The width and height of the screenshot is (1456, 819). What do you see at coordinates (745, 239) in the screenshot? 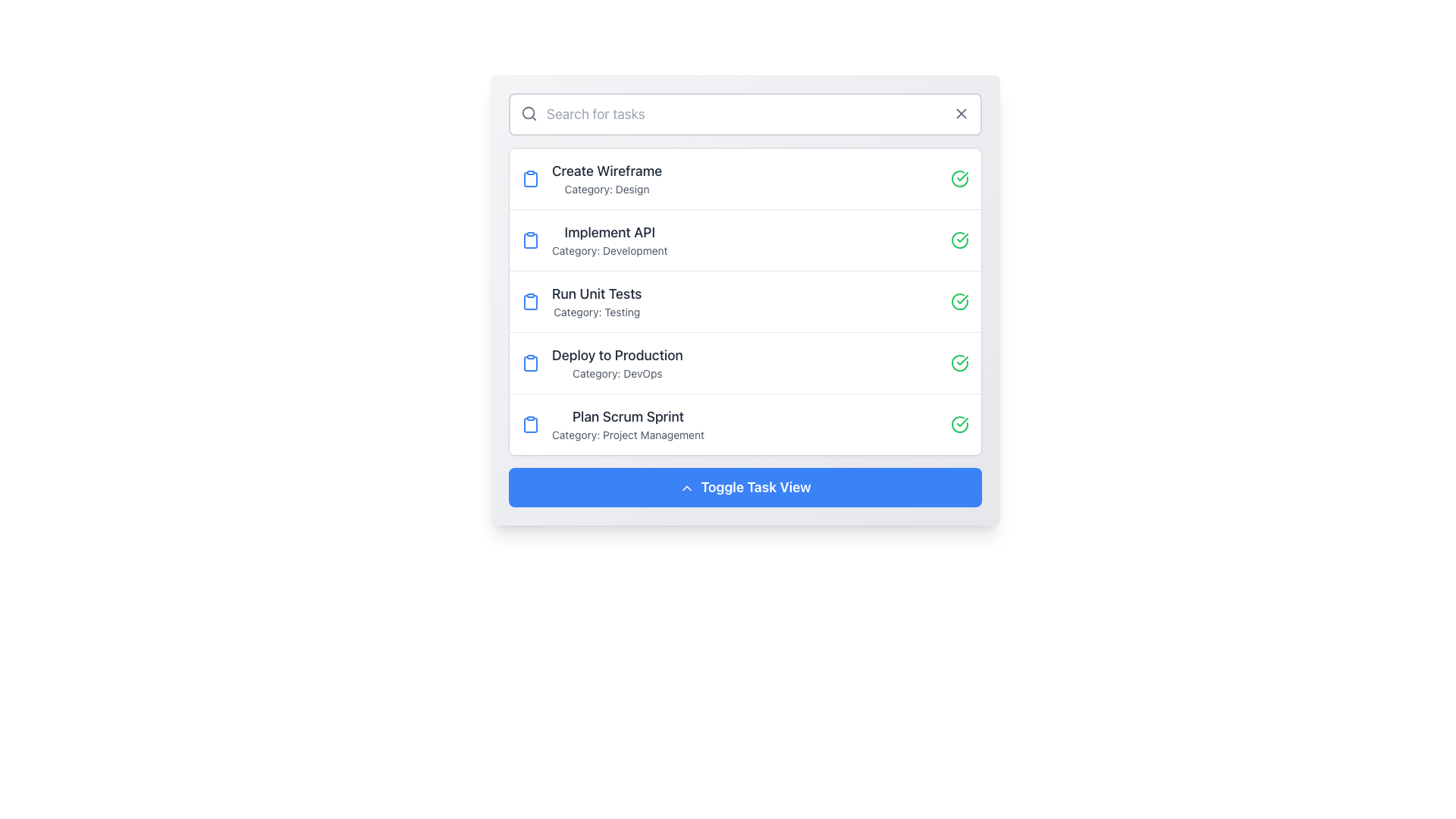
I see `the second task list item titled 'Implement API' with a subtitle 'Category: Development'` at bounding box center [745, 239].